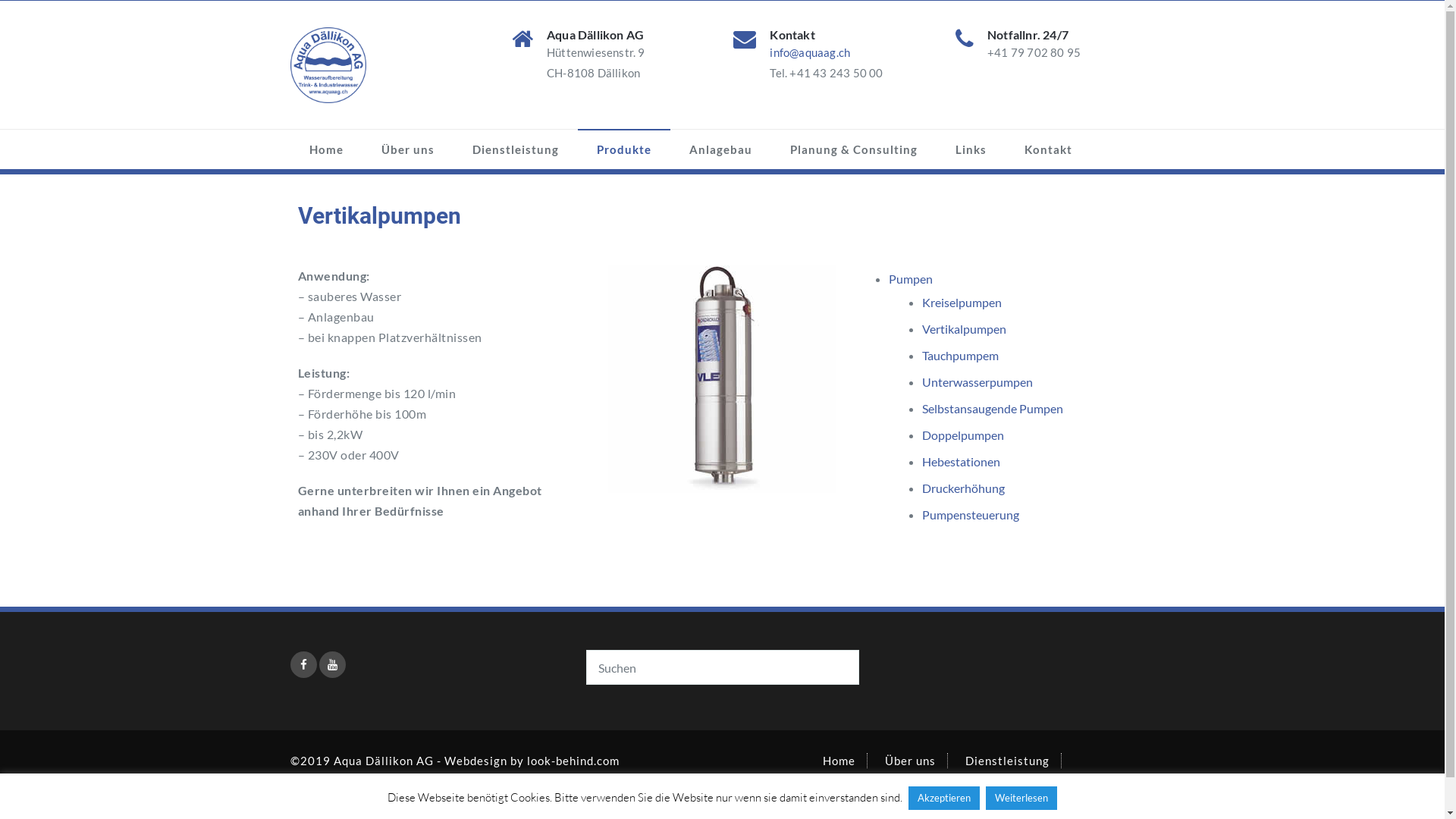  Describe the element at coordinates (720, 149) in the screenshot. I see `'Anlagebau'` at that location.